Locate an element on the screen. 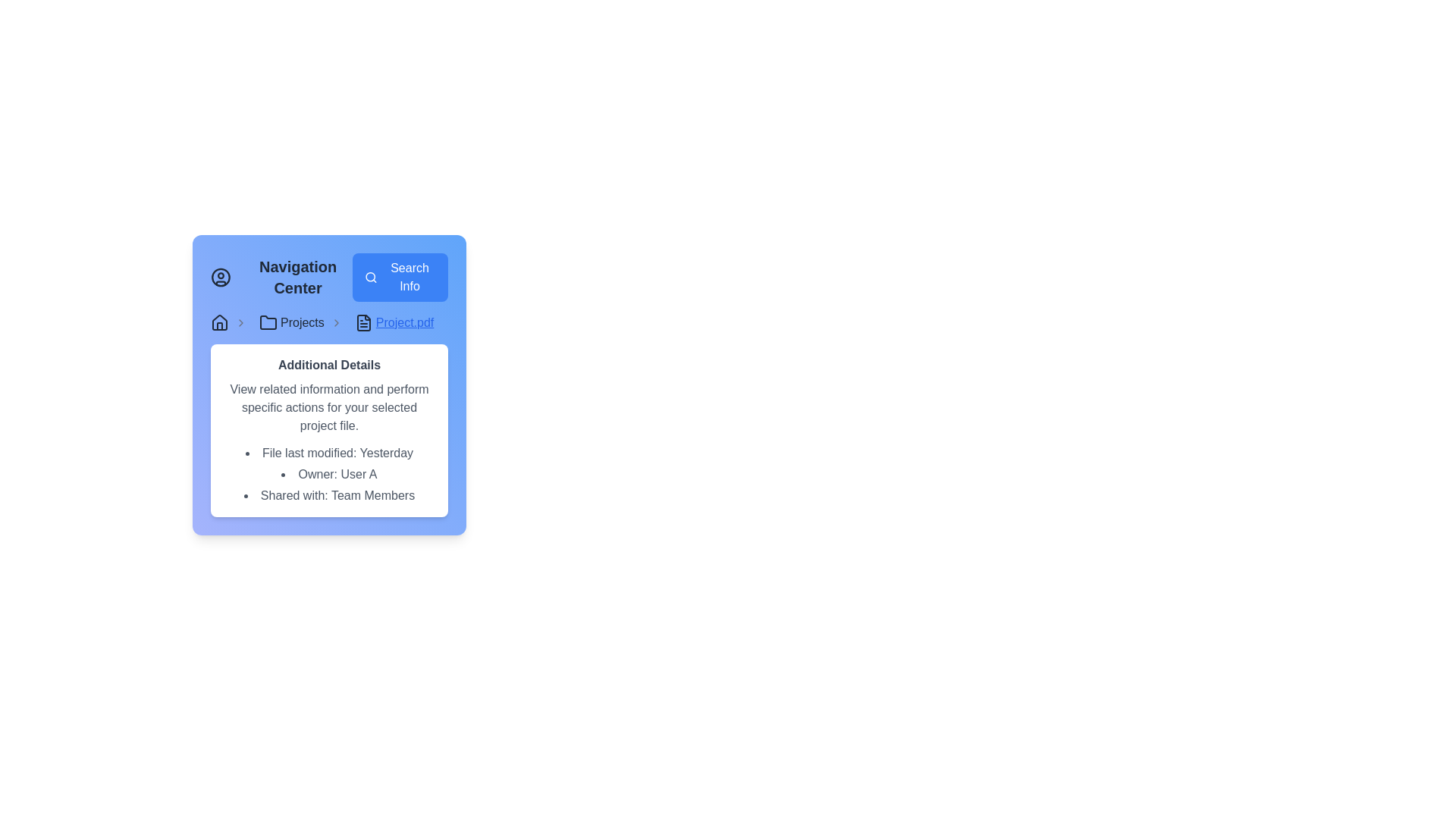  the 'Project.pdf' hyperlink with a file icon located is located at coordinates (394, 322).